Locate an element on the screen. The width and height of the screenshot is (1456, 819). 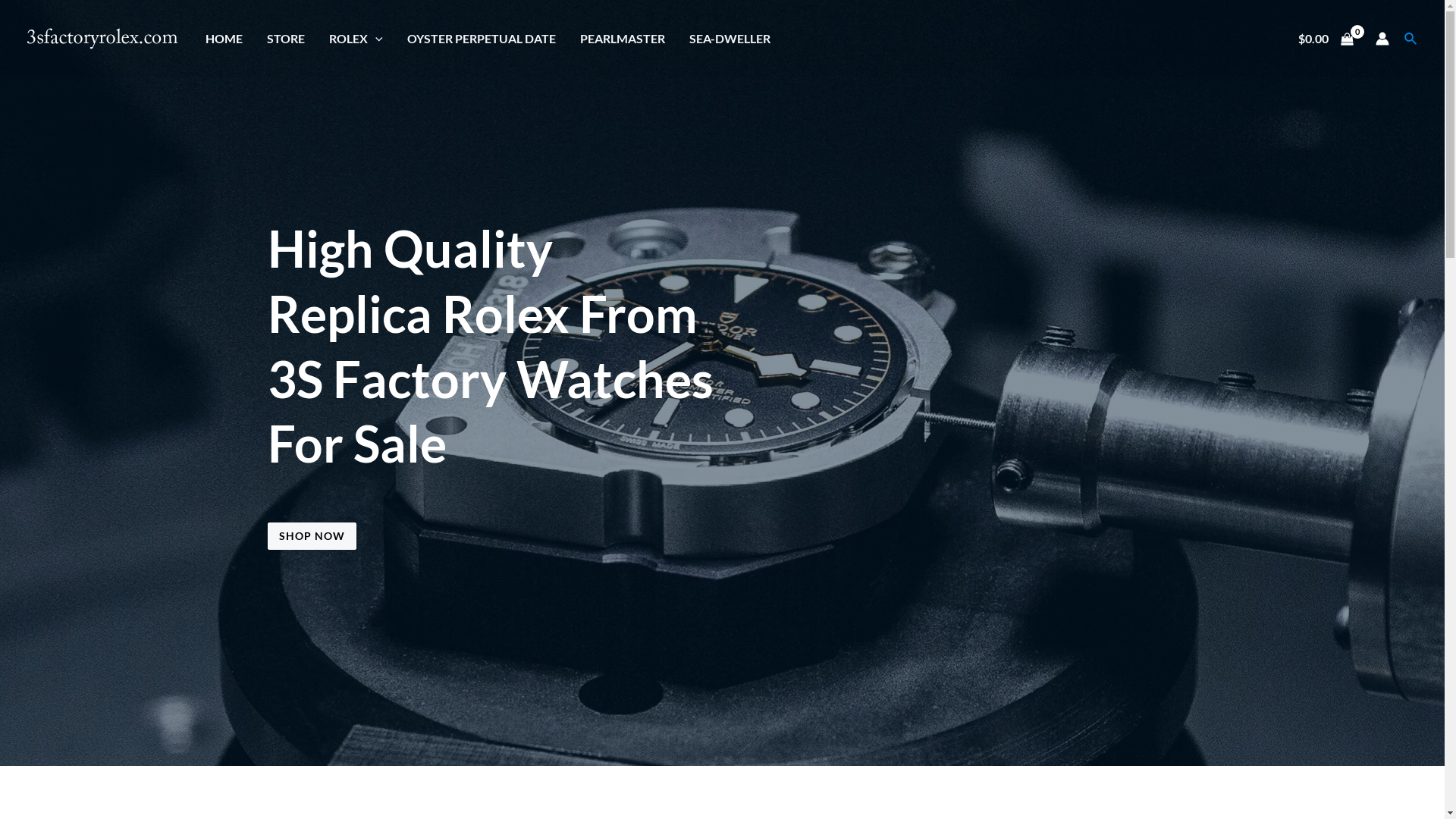
'$0.00' is located at coordinates (1325, 37).